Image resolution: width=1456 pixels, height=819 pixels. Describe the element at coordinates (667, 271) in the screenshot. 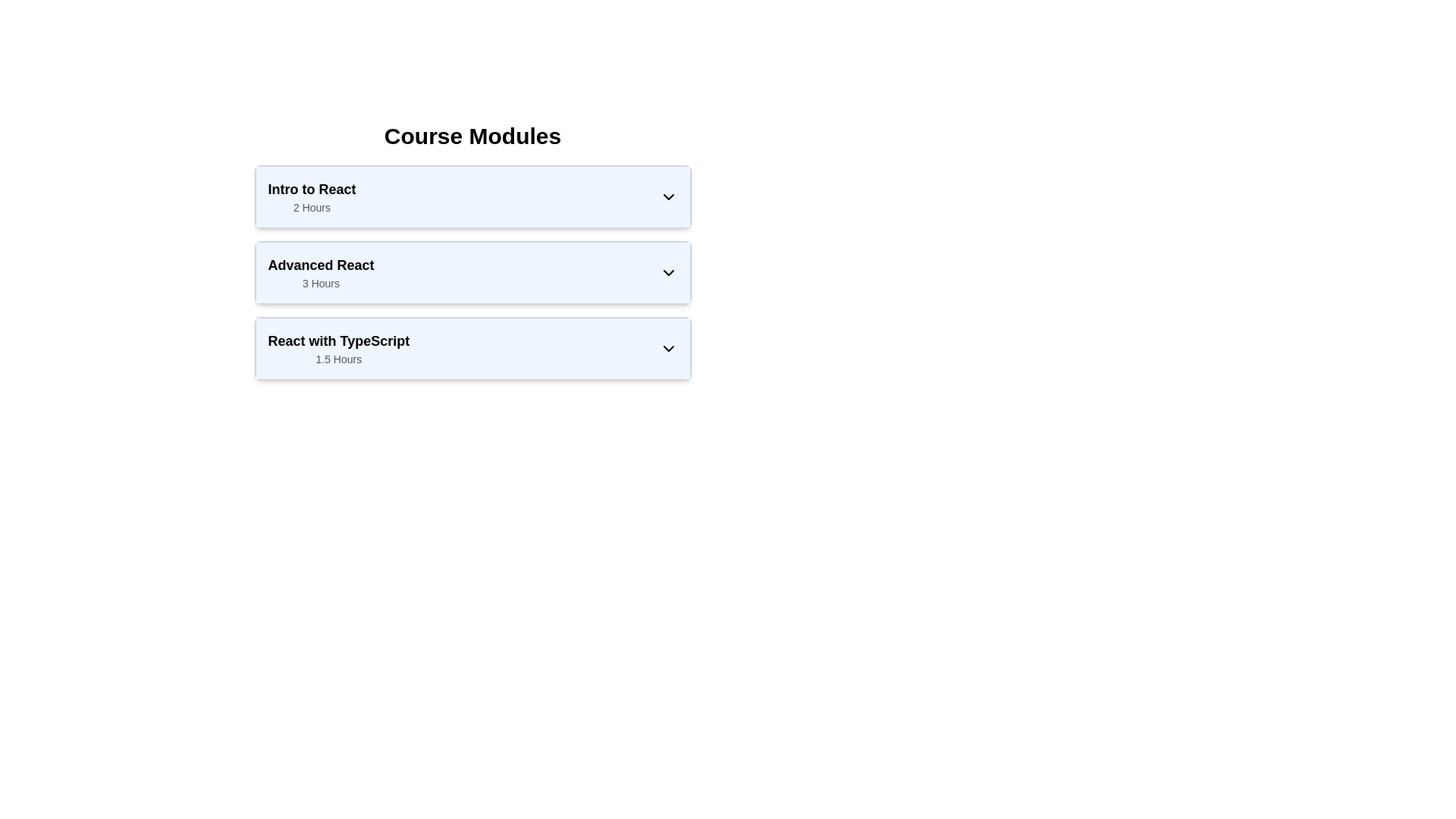

I see `the downward arrow icon styled as a chevron, located at the far right of the 'Advanced React' and '3 Hours' text` at that location.